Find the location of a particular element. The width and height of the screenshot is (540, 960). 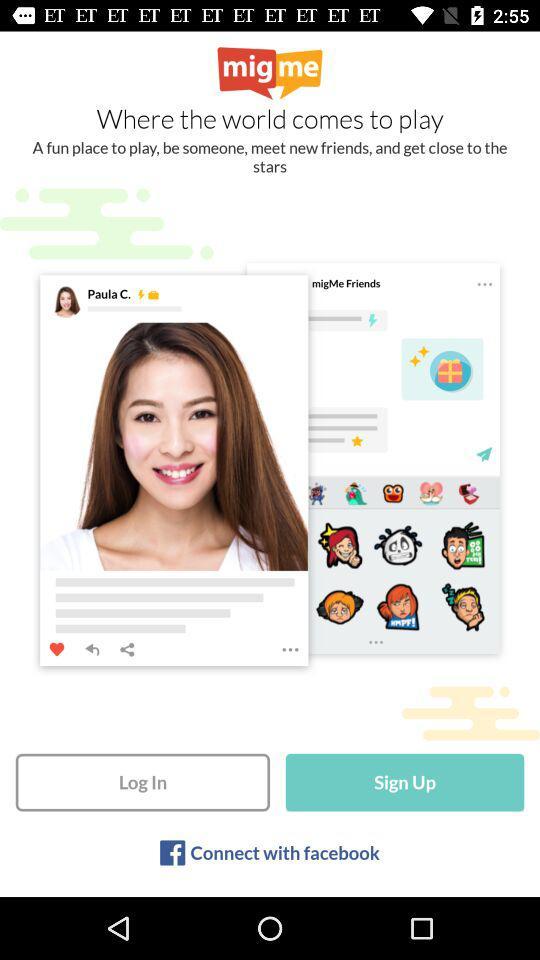

icon next to sign up icon is located at coordinates (141, 782).